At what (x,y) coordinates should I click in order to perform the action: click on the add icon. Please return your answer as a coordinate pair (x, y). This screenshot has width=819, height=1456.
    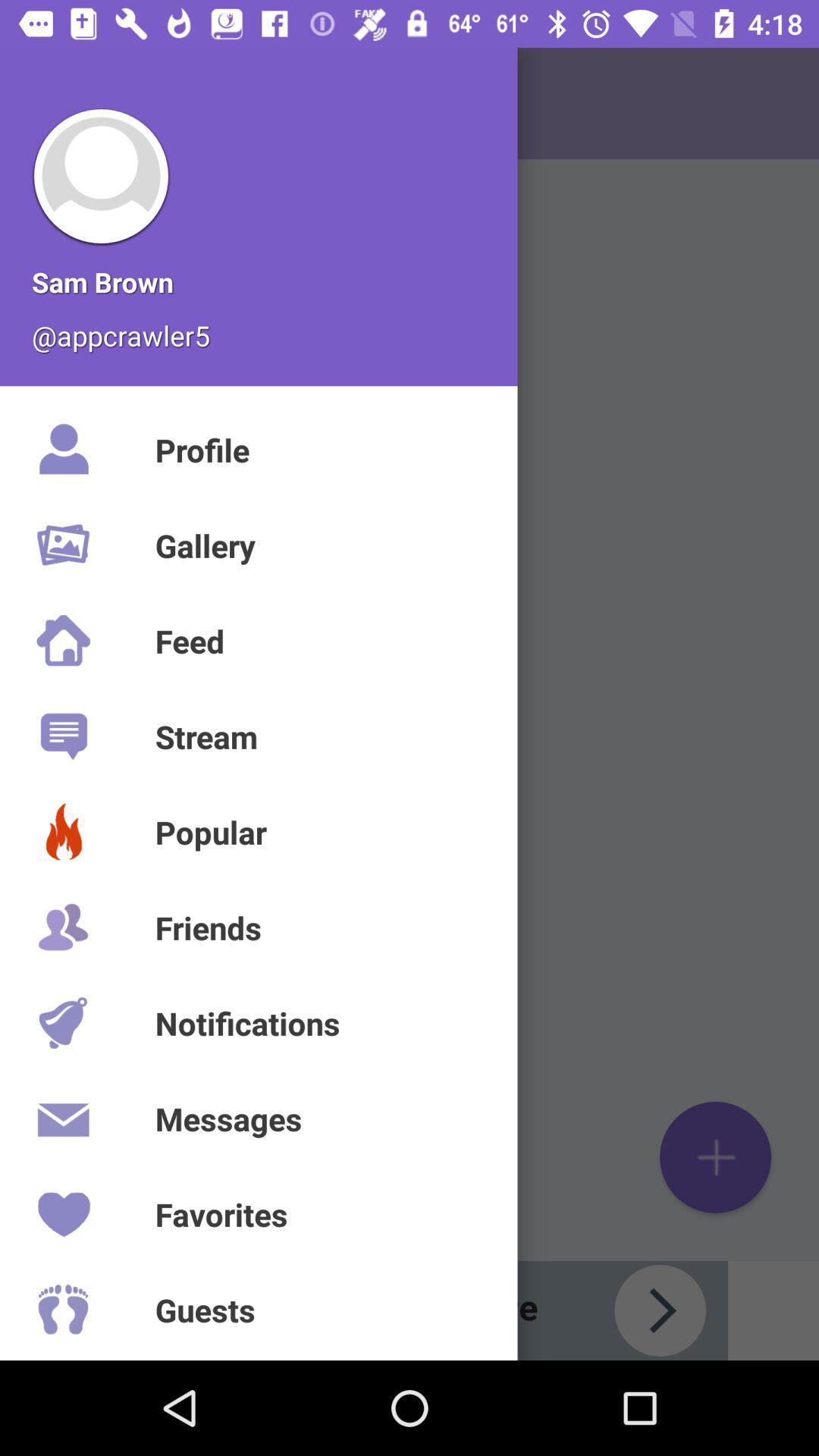
    Looking at the image, I should click on (715, 1156).